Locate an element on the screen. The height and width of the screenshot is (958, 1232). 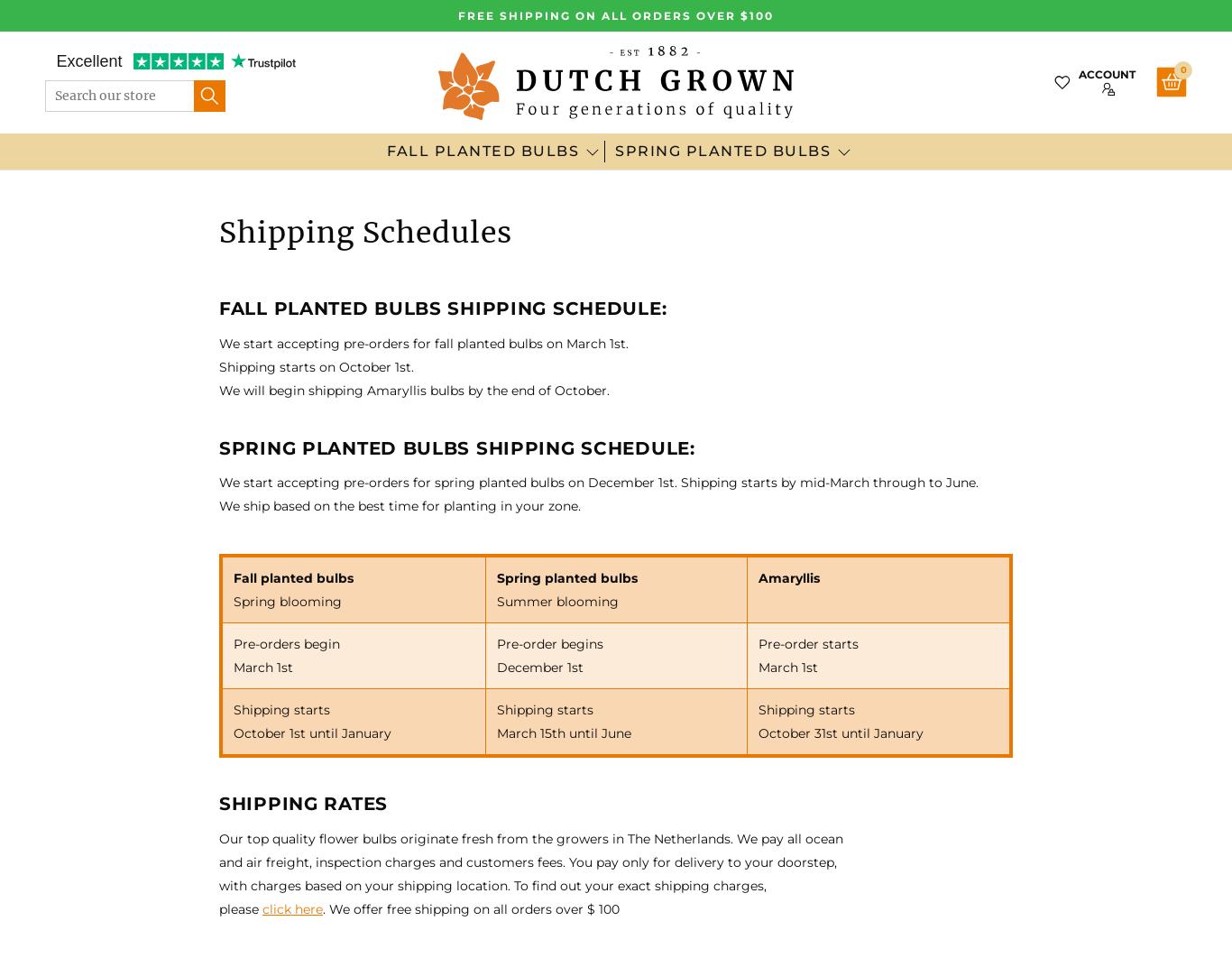
'Shipping Schedules' is located at coordinates (219, 232).